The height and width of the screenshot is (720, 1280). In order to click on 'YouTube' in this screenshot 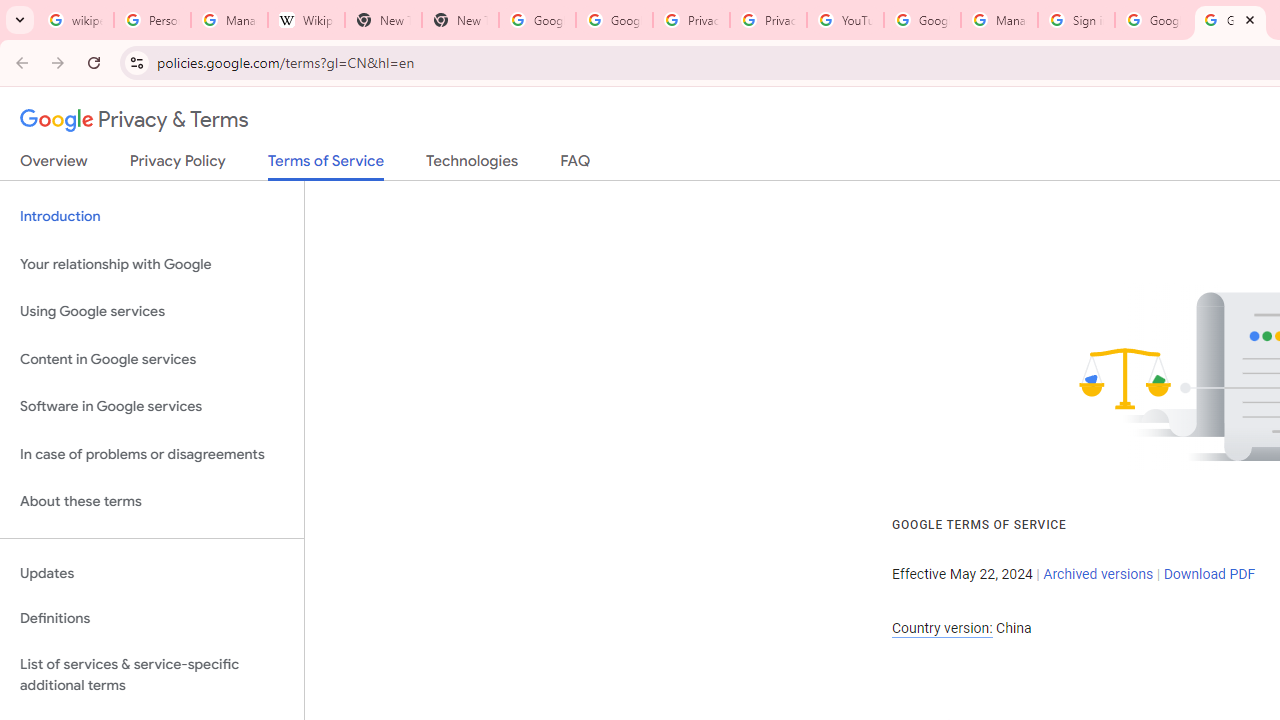, I will do `click(845, 20)`.